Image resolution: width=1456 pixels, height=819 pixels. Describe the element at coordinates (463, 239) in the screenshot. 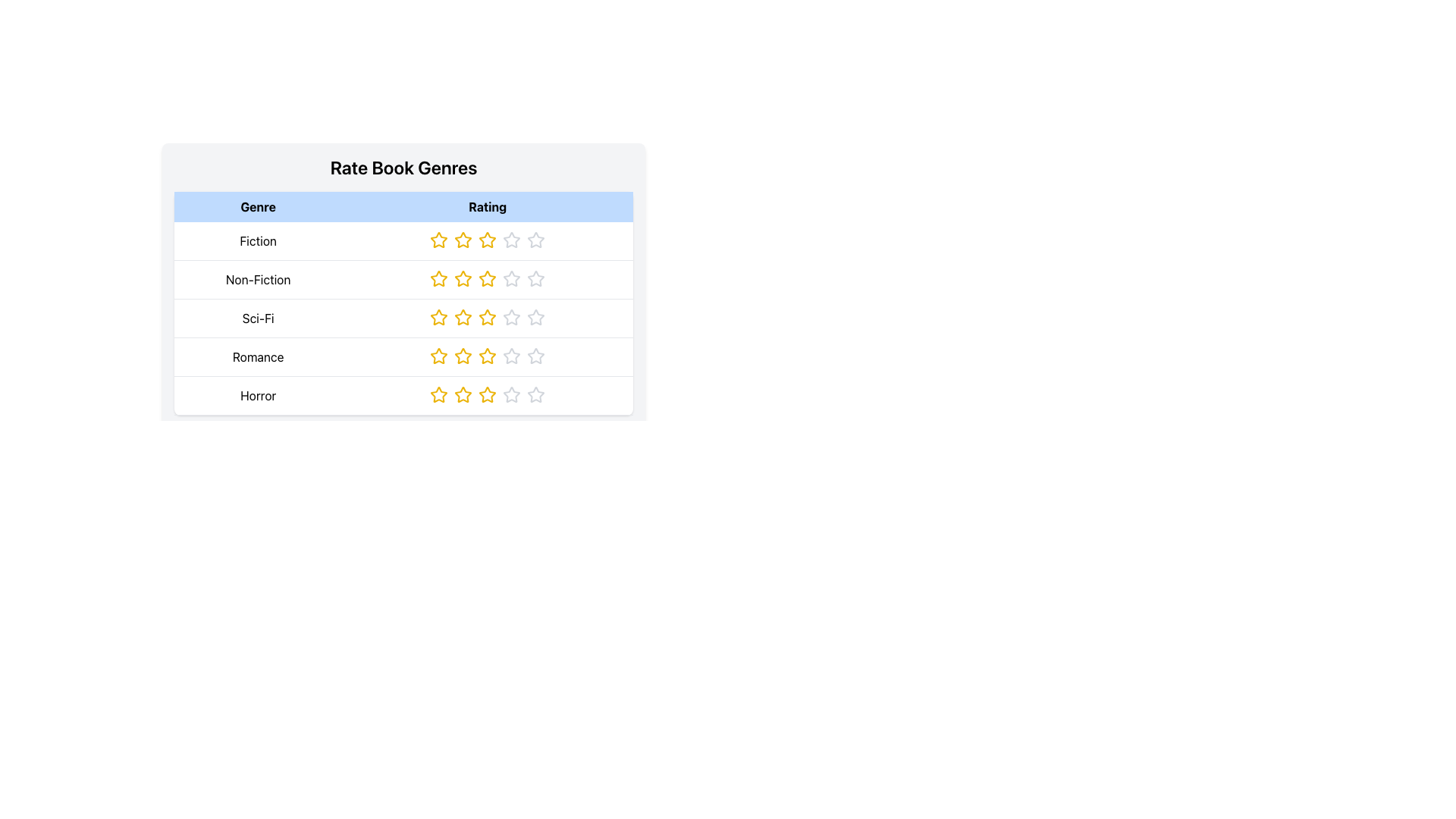

I see `the second star icon` at that location.